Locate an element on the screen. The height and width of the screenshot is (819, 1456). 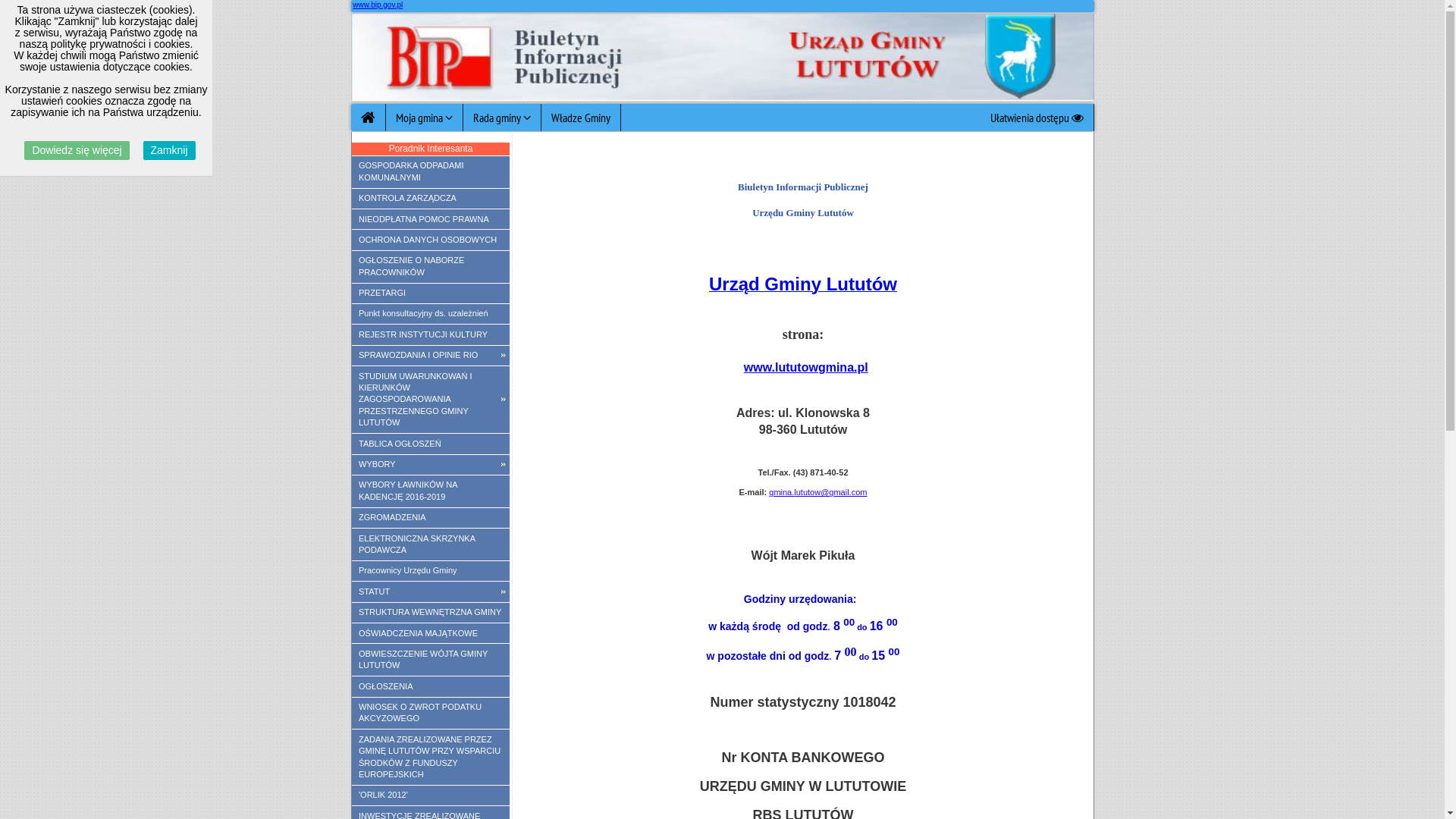
''ORLIK 2012'' is located at coordinates (429, 795).